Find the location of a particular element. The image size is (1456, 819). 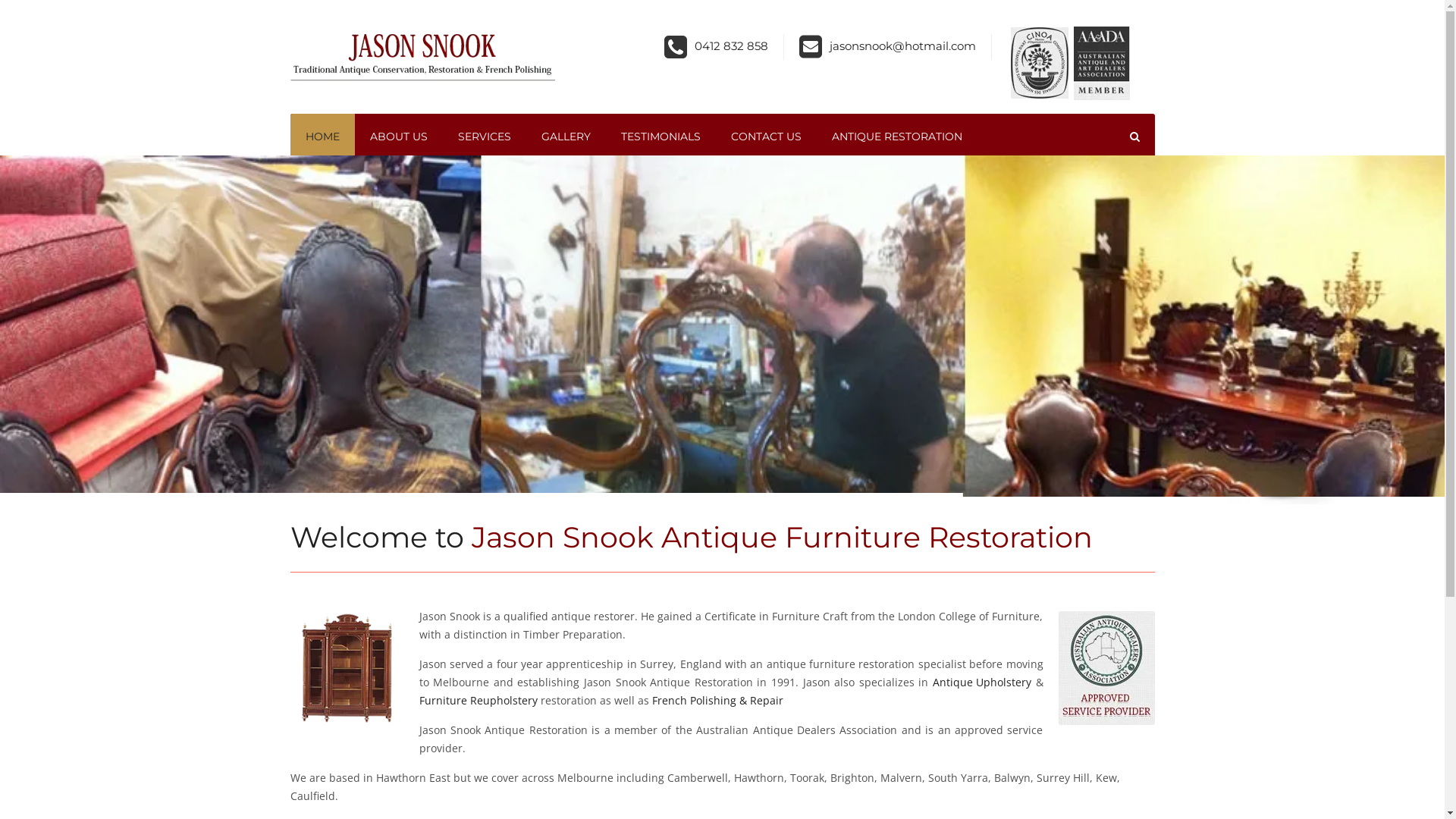

'Antique Upholstery' is located at coordinates (982, 681).